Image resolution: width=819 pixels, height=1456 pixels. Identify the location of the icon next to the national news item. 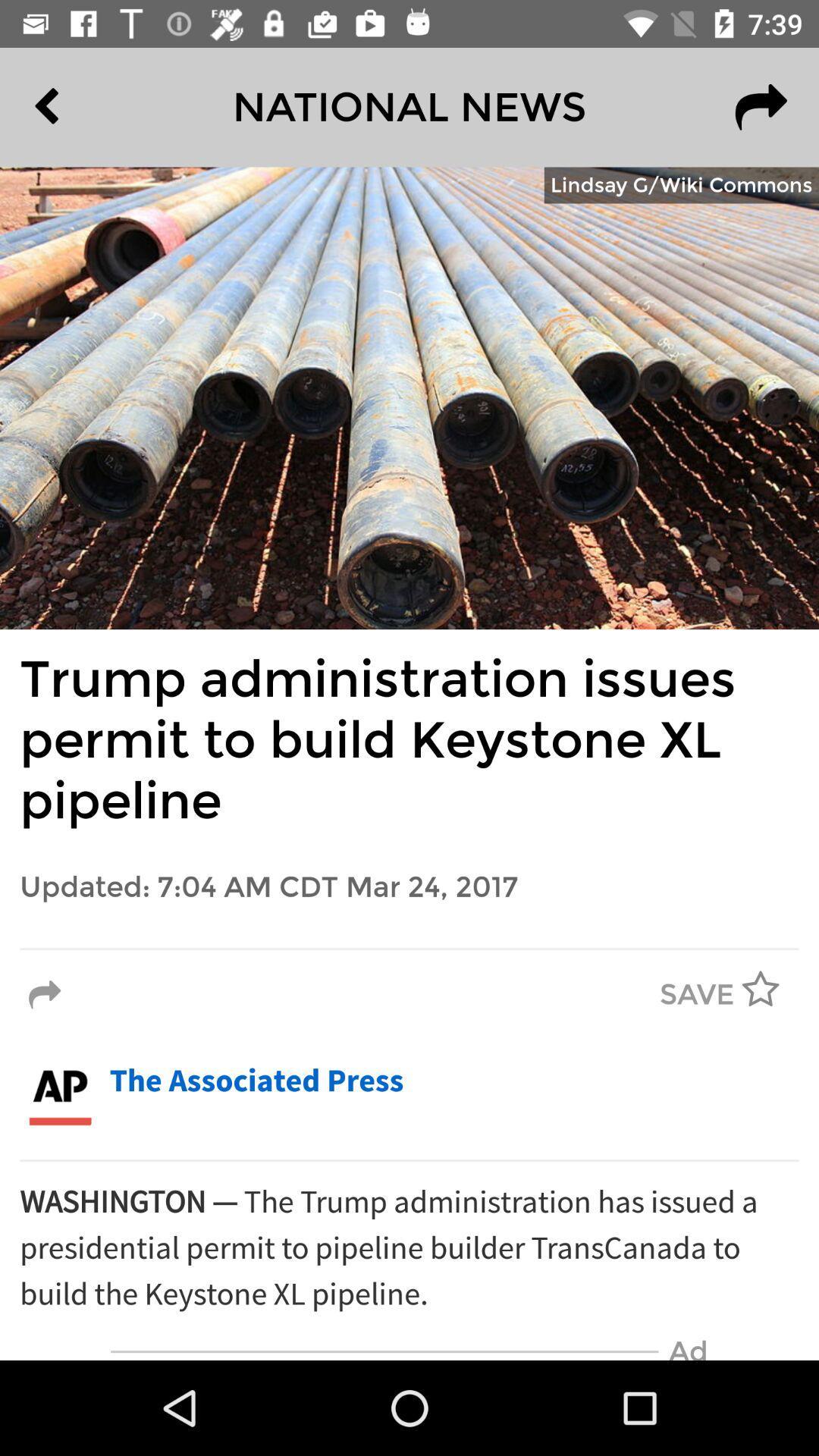
(81, 106).